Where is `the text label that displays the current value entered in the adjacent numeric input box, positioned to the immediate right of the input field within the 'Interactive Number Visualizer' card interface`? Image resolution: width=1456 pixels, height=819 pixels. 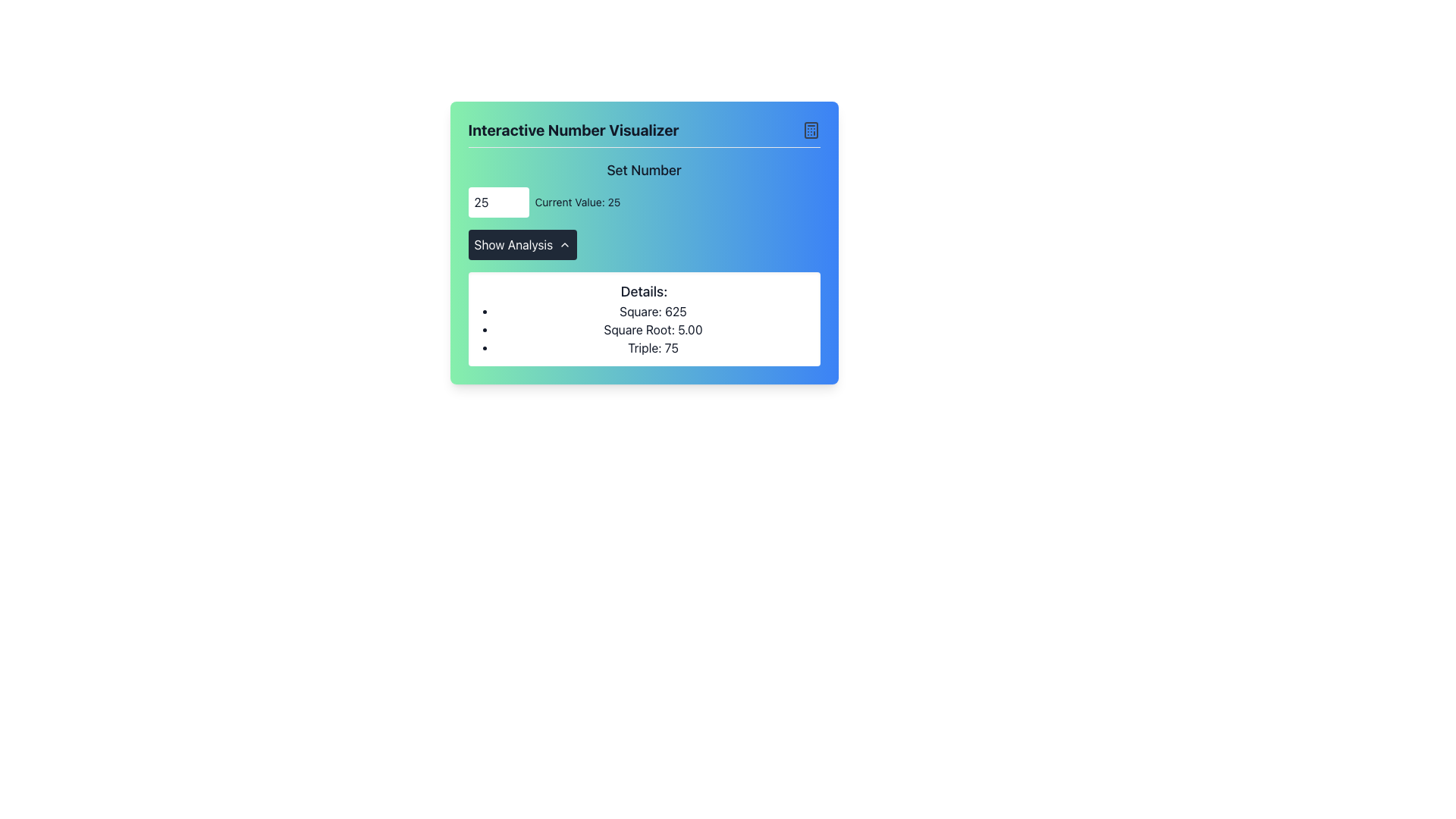
the text label that displays the current value entered in the adjacent numeric input box, positioned to the immediate right of the input field within the 'Interactive Number Visualizer' card interface is located at coordinates (576, 201).